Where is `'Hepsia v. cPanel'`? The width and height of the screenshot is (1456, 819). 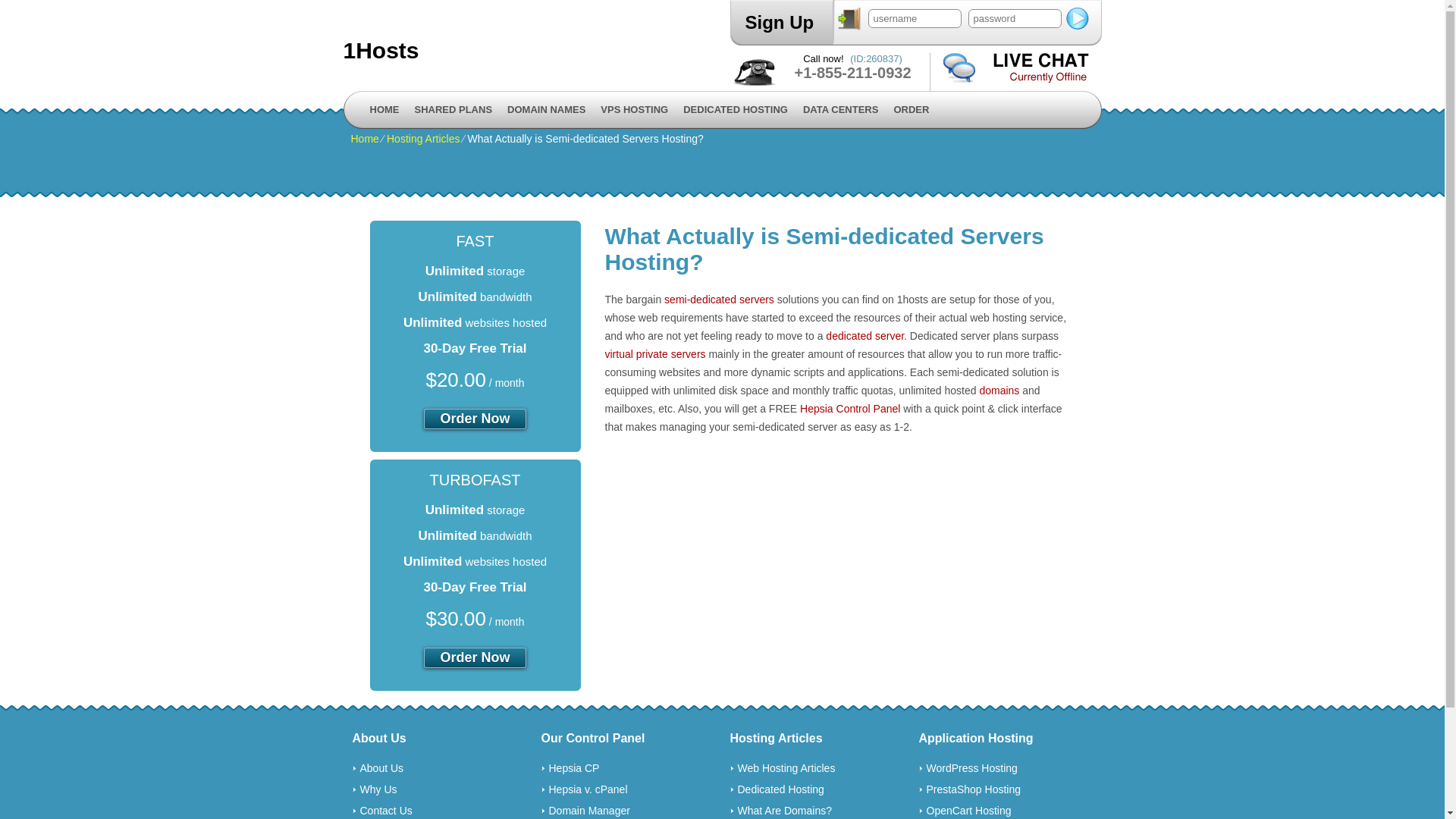 'Hepsia v. cPanel' is located at coordinates (588, 789).